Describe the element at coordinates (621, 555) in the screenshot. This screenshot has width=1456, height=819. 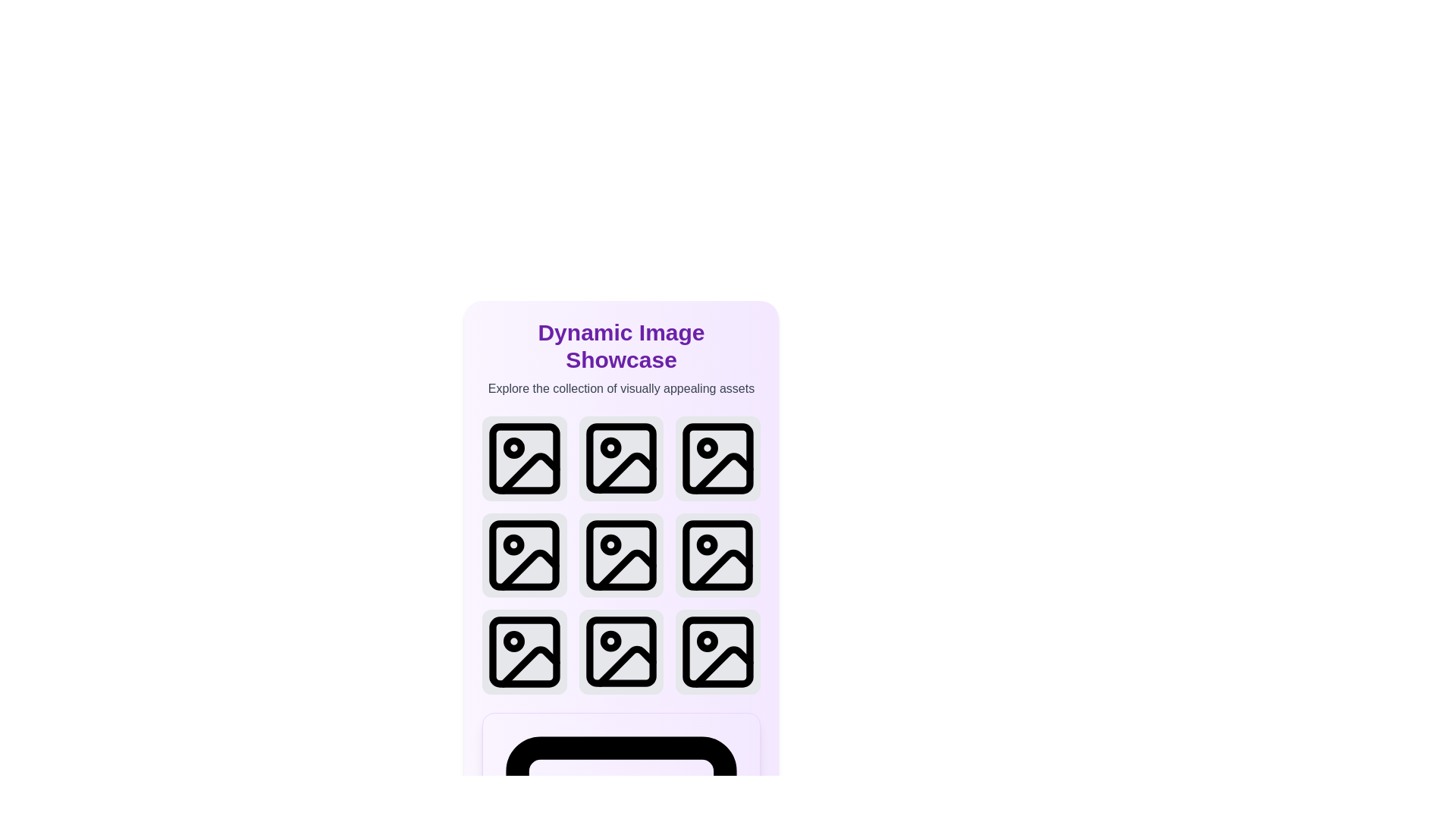
I see `the grid cell in the center row and column of the grid layout that contains an image placeholder` at that location.